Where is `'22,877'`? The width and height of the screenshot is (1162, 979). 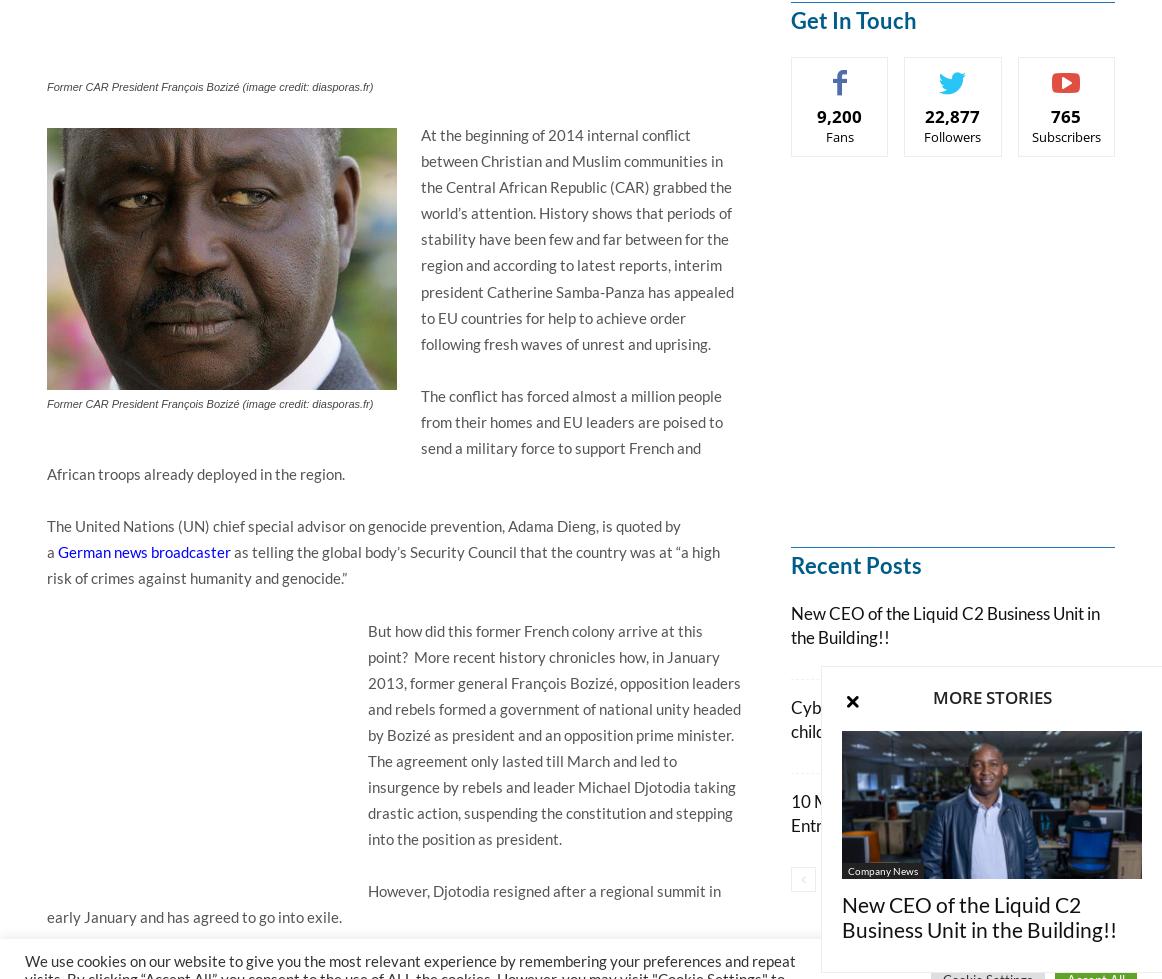 '22,877' is located at coordinates (952, 116).